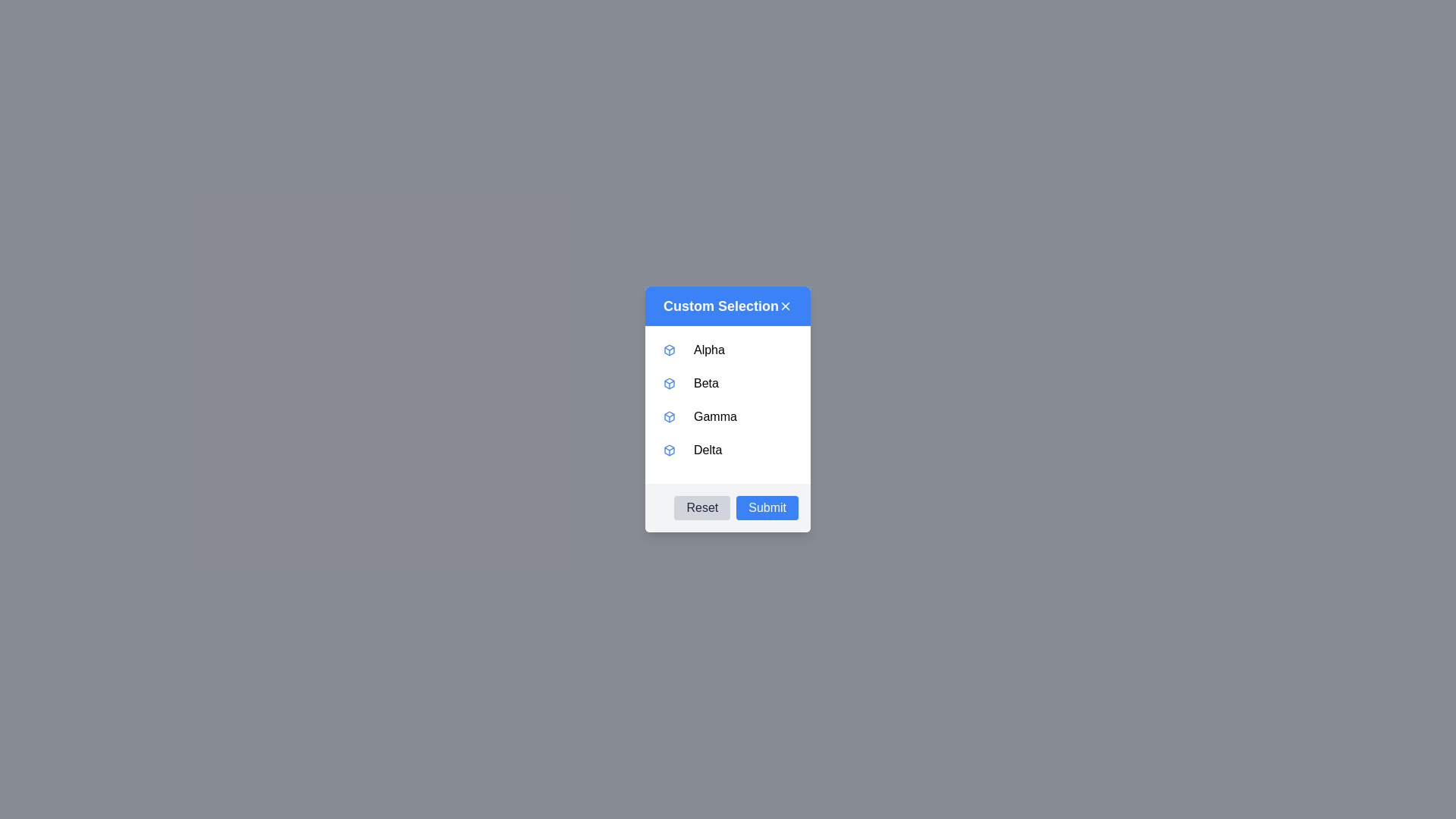  I want to click on the selectable list item labeled 'Gamma' in the modal window titled 'Custom Selection', so click(728, 417).